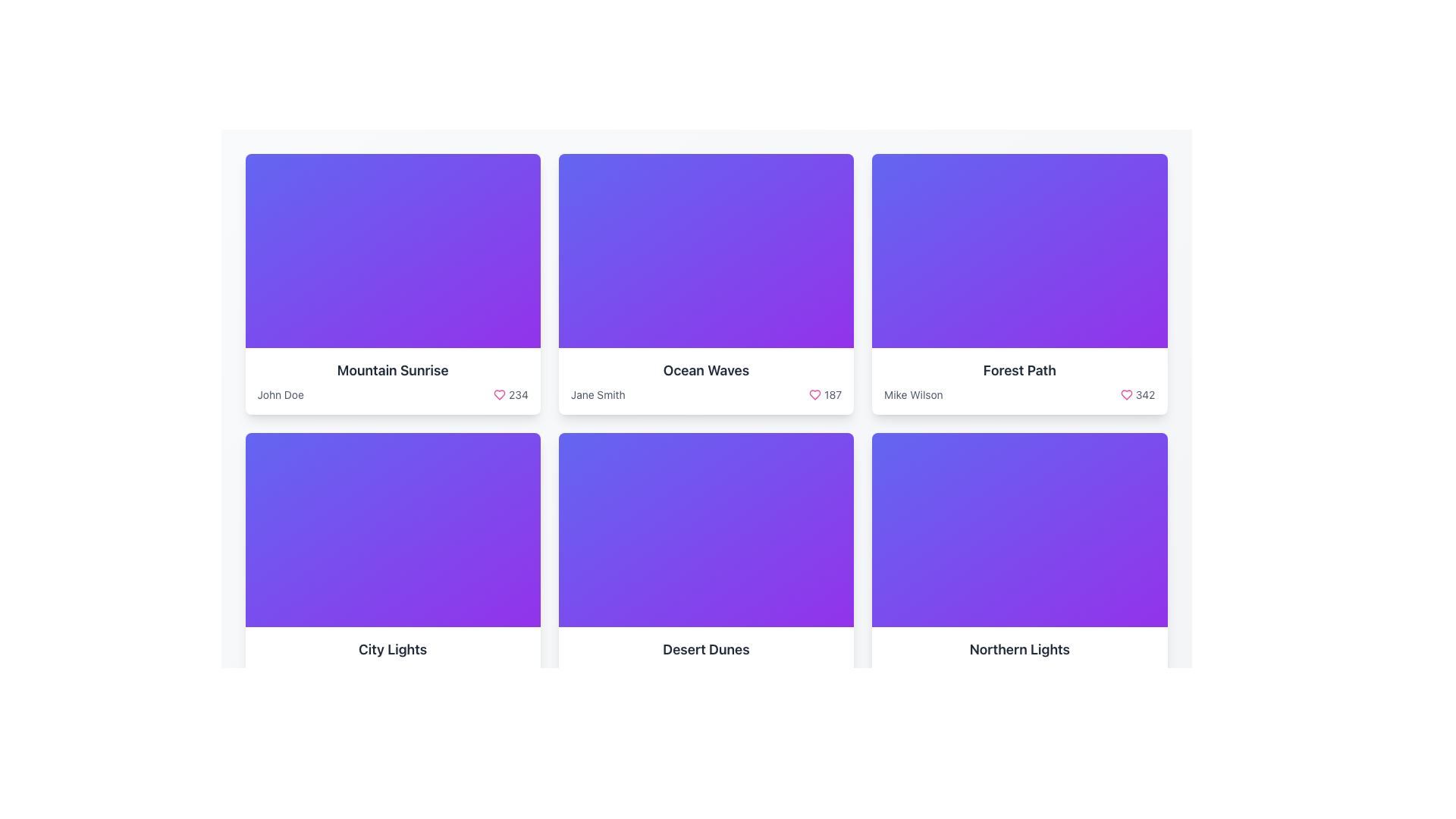 The width and height of the screenshot is (1456, 819). I want to click on the gradient box styled with a purple to indigo color transition, which is located in the card labeled 'Mountain Sunrise' in the top-left corner of the grid layout, so click(393, 250).